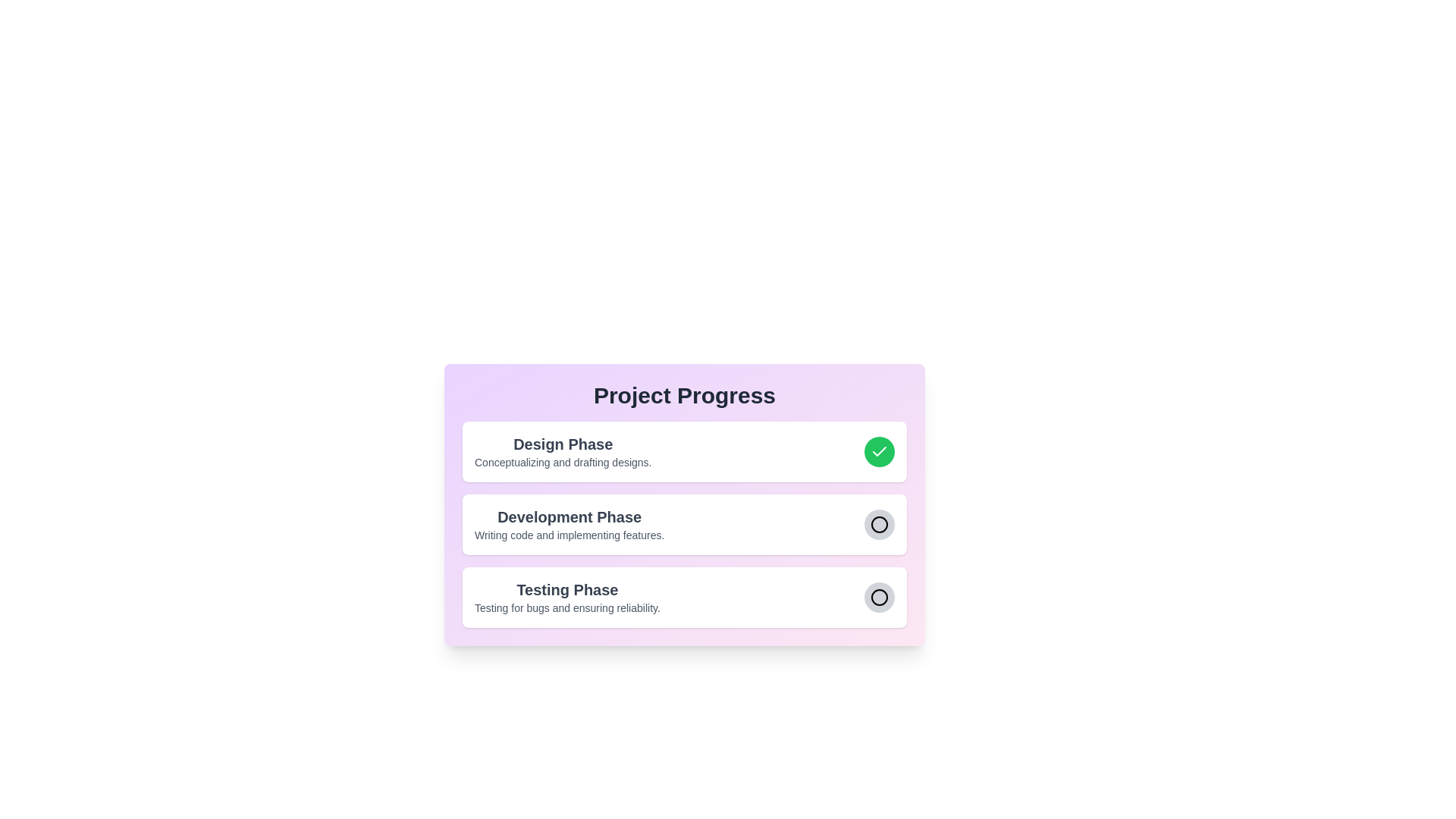 This screenshot has width=1456, height=819. Describe the element at coordinates (683, 394) in the screenshot. I see `the heading text element displaying 'Project Progress', which is styled with a bold font, large size, and is positioned at the top center of the project progress card` at that location.